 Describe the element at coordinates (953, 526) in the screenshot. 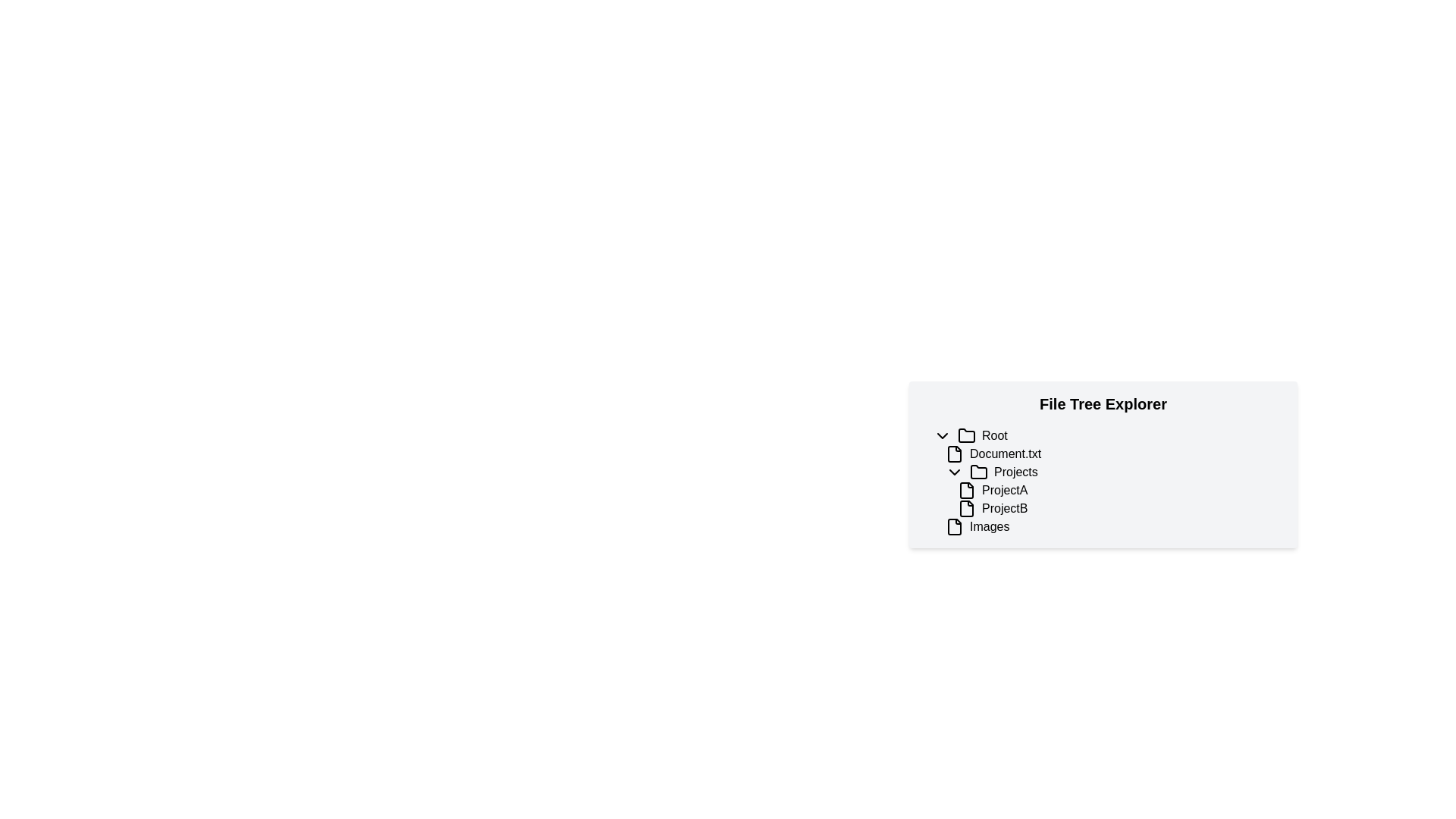

I see `the document icon with a black outline and a corner fold, located` at that location.